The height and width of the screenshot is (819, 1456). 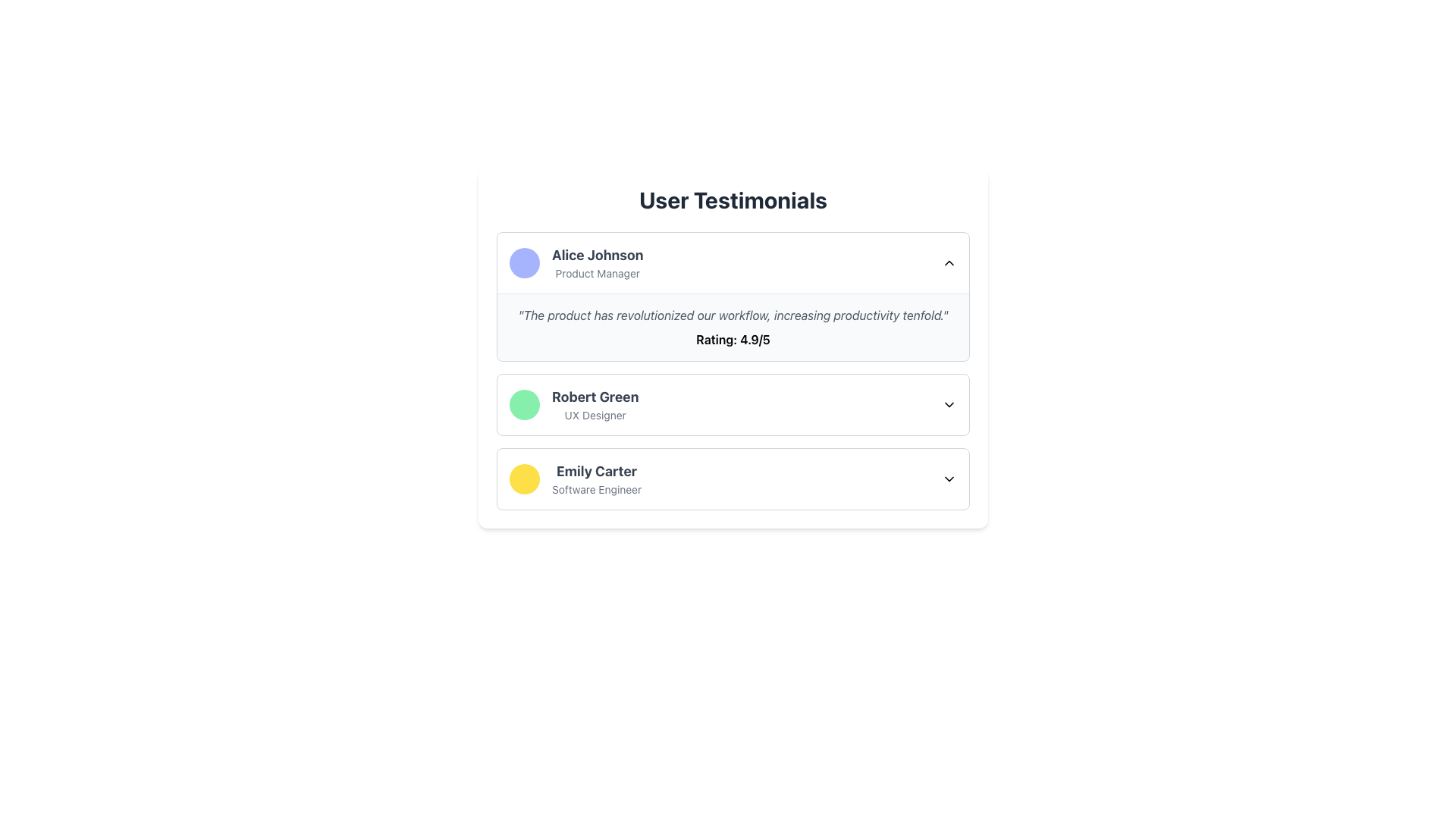 What do you see at coordinates (524, 262) in the screenshot?
I see `the avatar representing 'Alice Johnson' located at the top-left of the testimonial block under 'User Testimonials'` at bounding box center [524, 262].